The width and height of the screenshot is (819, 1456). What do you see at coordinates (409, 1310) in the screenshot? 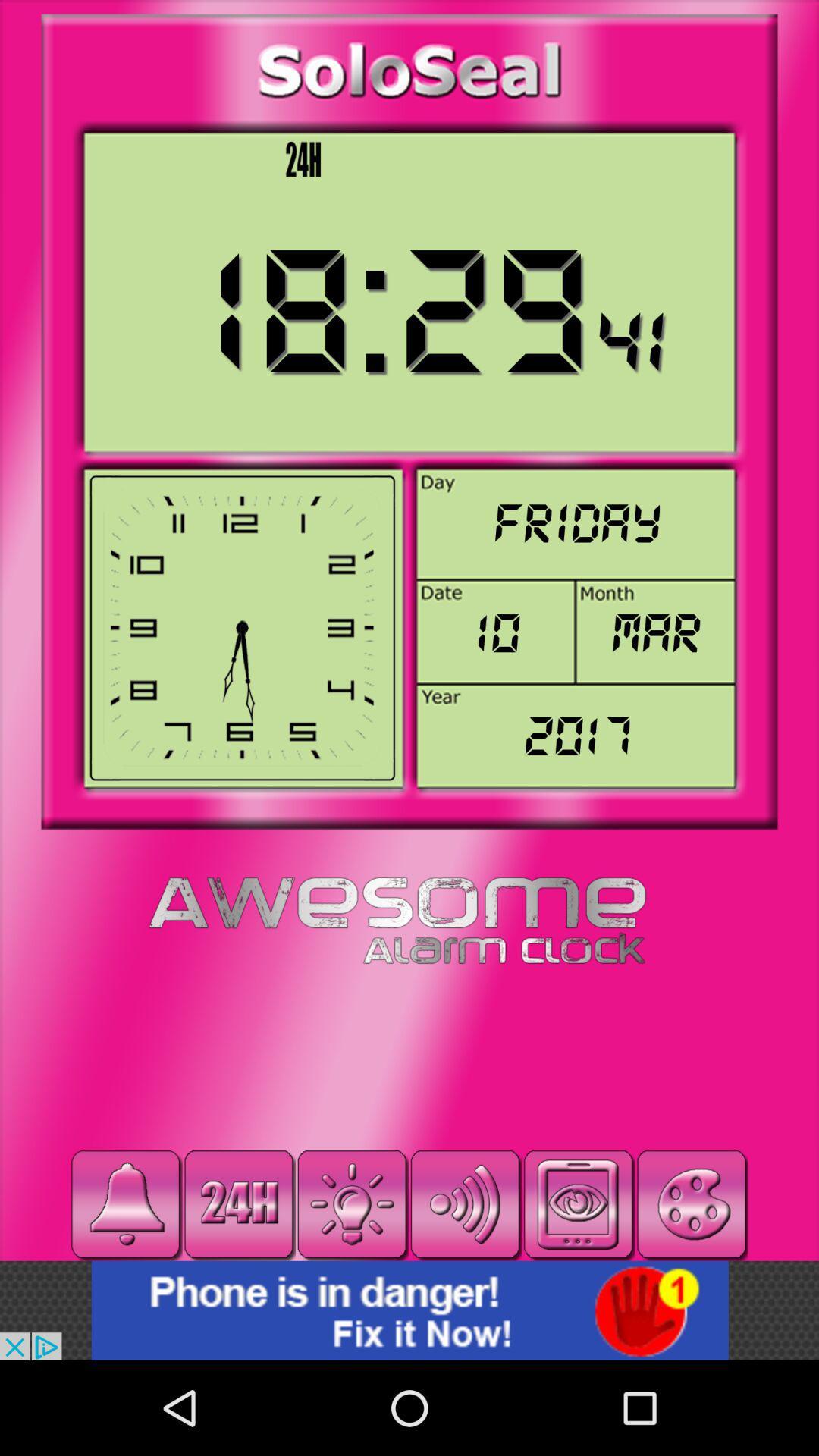
I see `advertisement` at bounding box center [409, 1310].